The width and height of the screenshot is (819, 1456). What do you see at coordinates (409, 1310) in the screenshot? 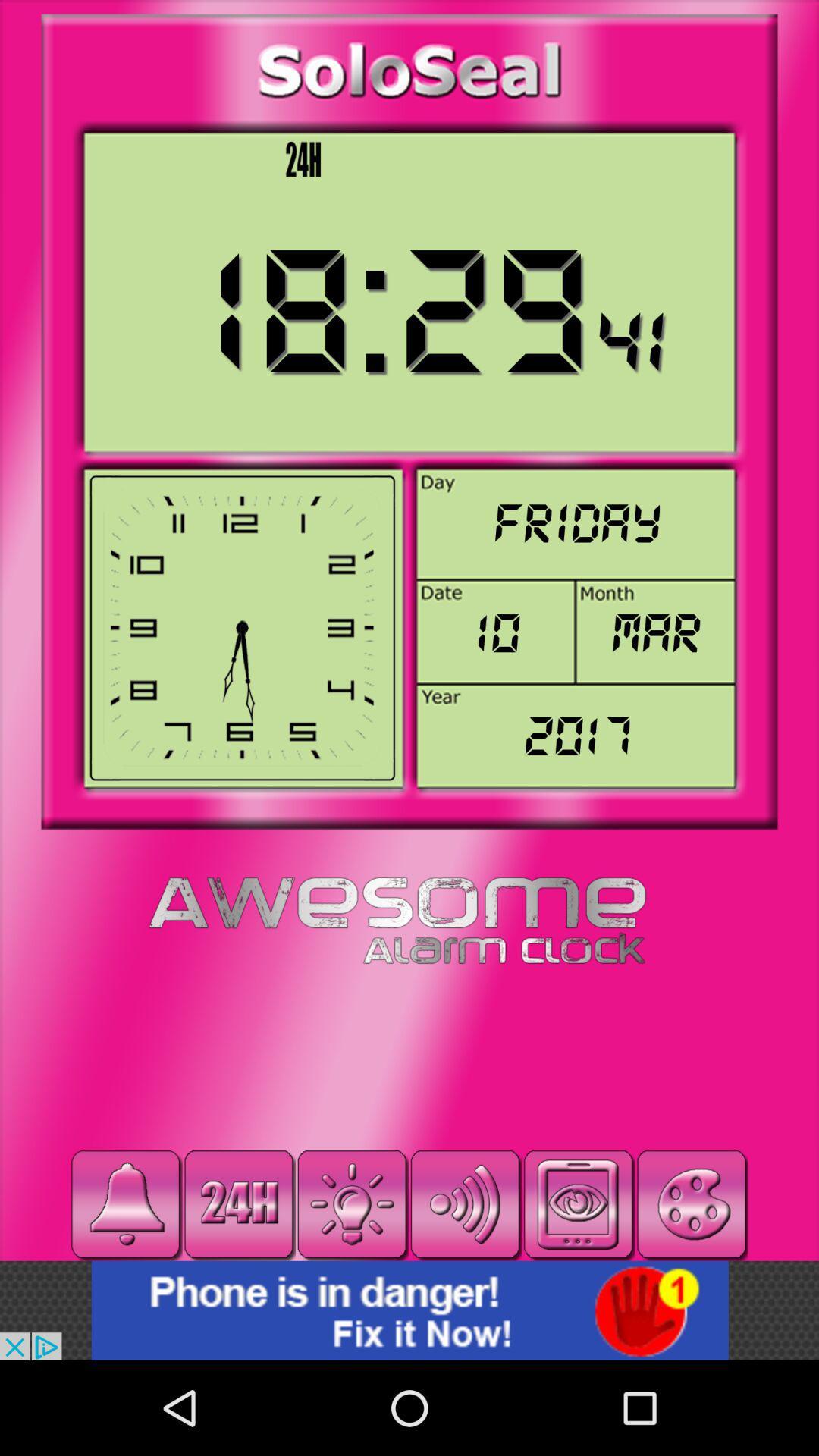
I see `advertisement` at bounding box center [409, 1310].